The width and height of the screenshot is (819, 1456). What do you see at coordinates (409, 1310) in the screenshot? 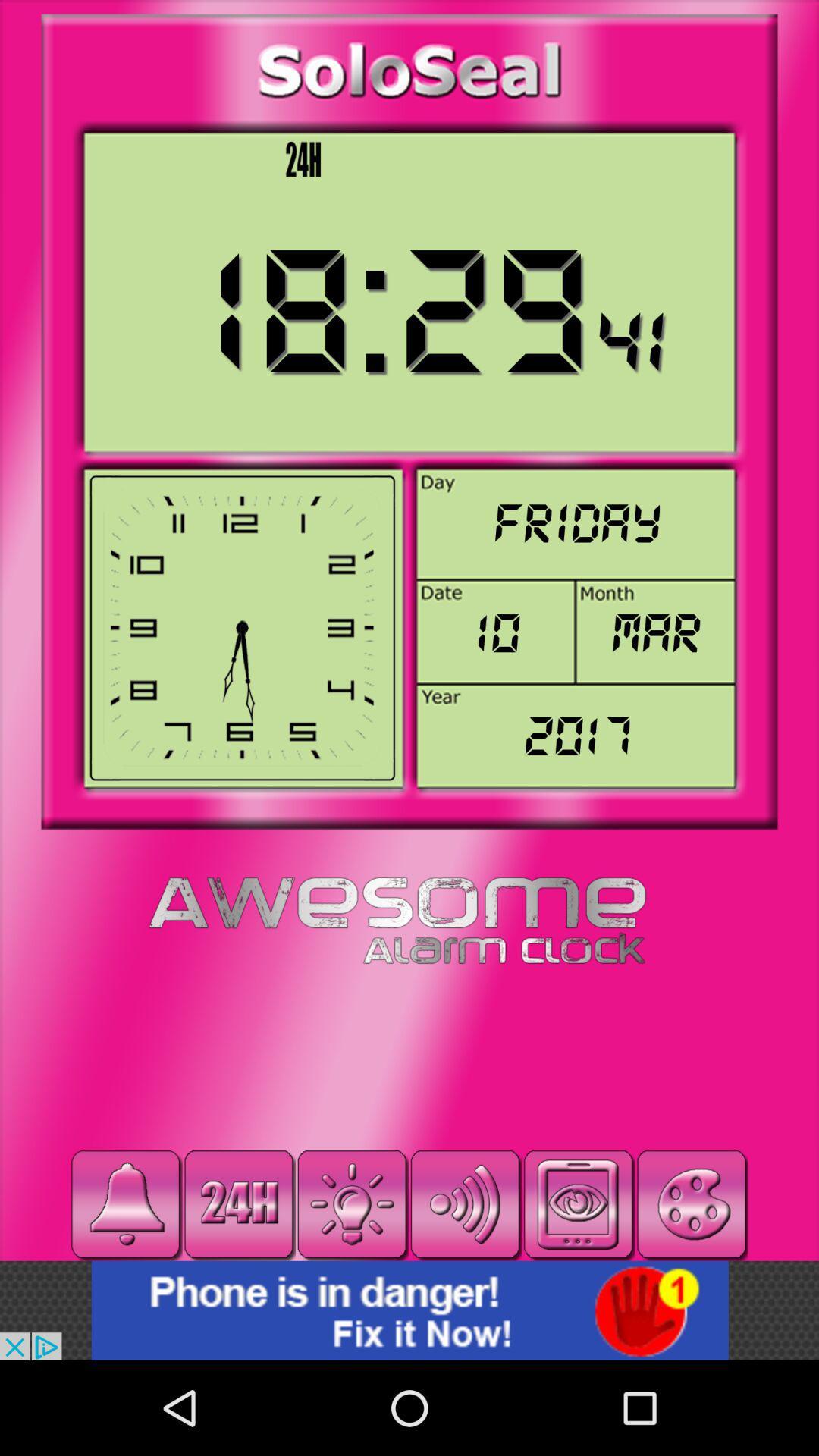
I see `advertisement` at bounding box center [409, 1310].